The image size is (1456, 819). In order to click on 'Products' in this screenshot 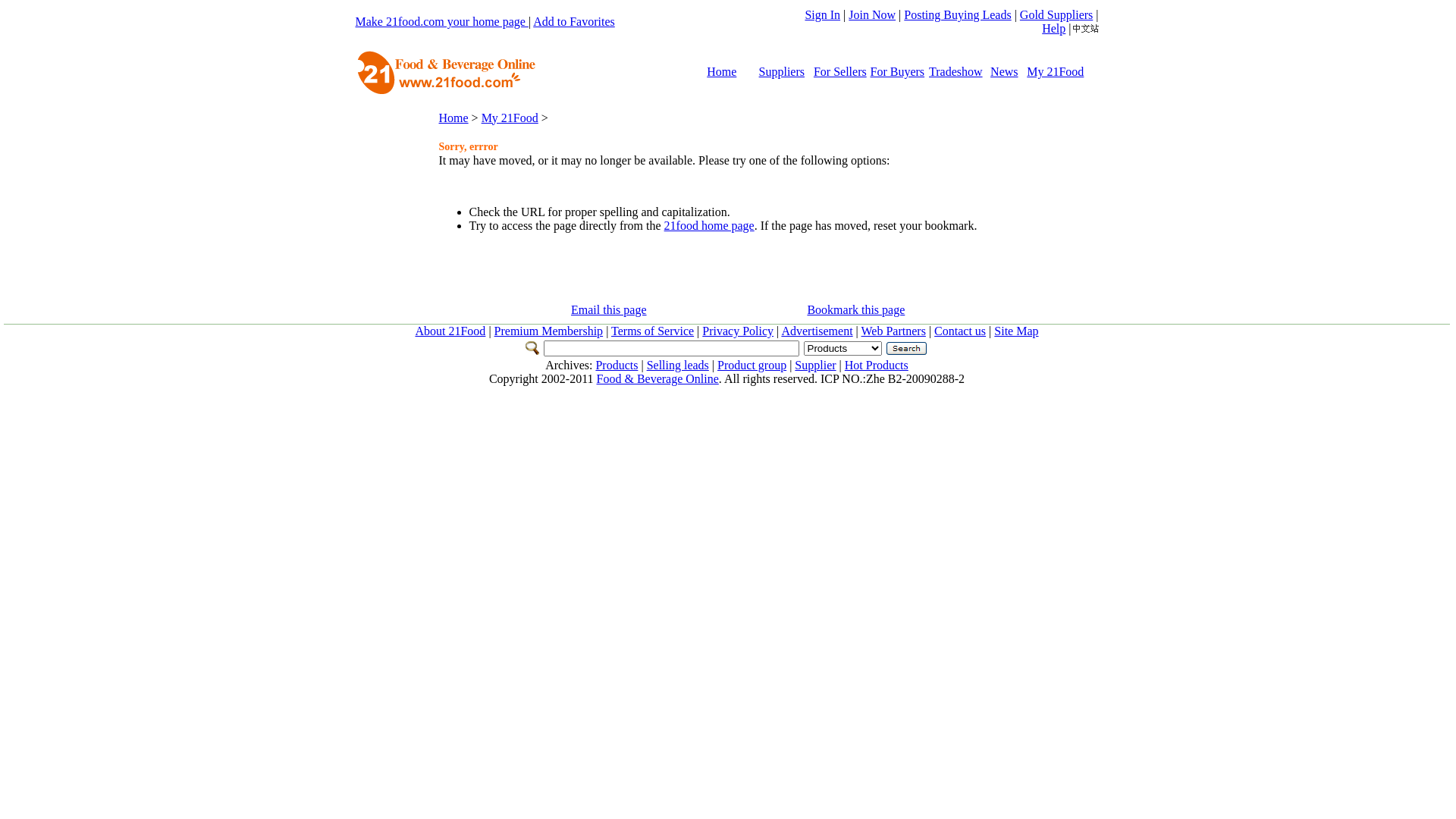, I will do `click(616, 365)`.